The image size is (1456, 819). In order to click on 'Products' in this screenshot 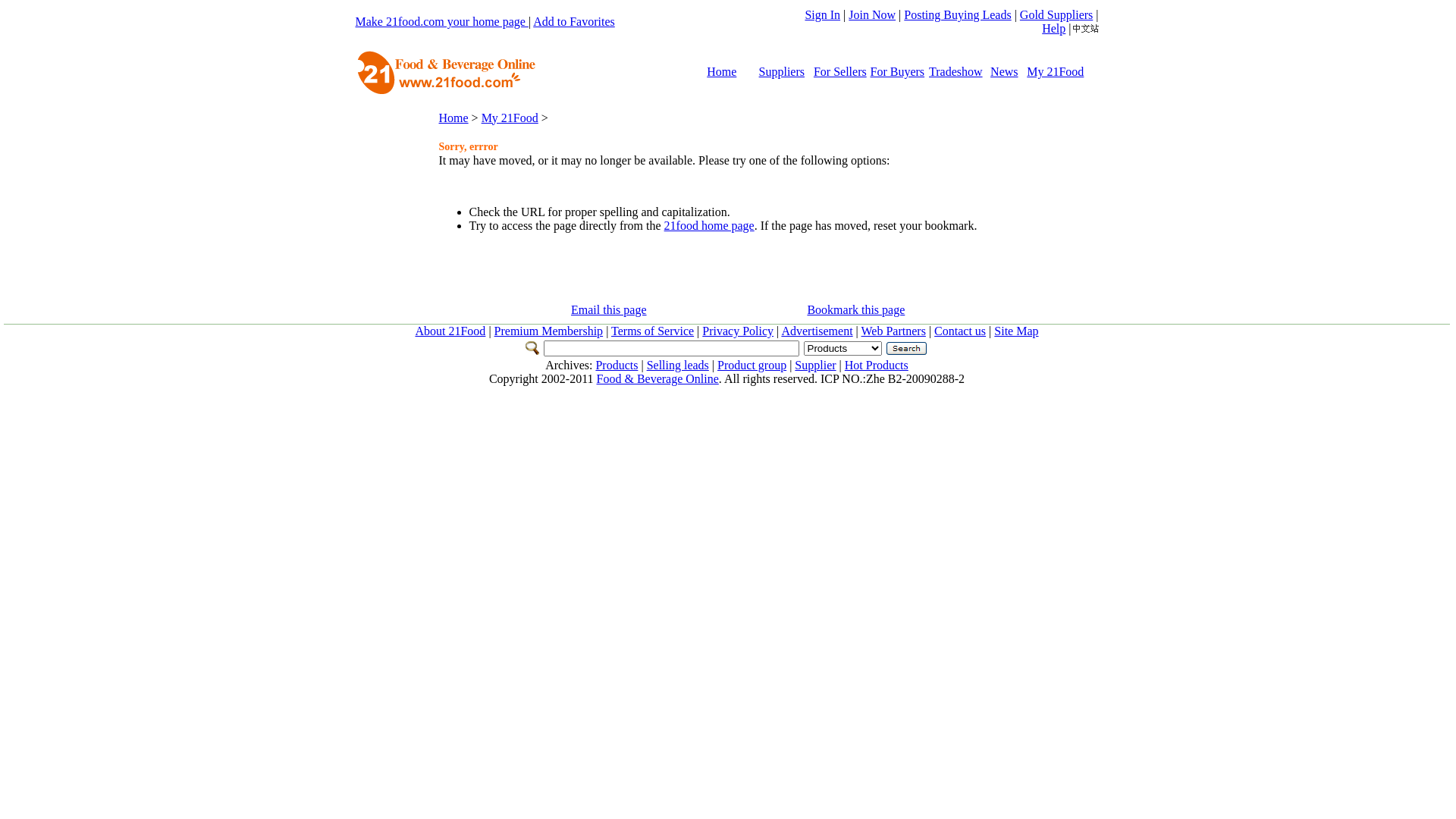, I will do `click(616, 365)`.